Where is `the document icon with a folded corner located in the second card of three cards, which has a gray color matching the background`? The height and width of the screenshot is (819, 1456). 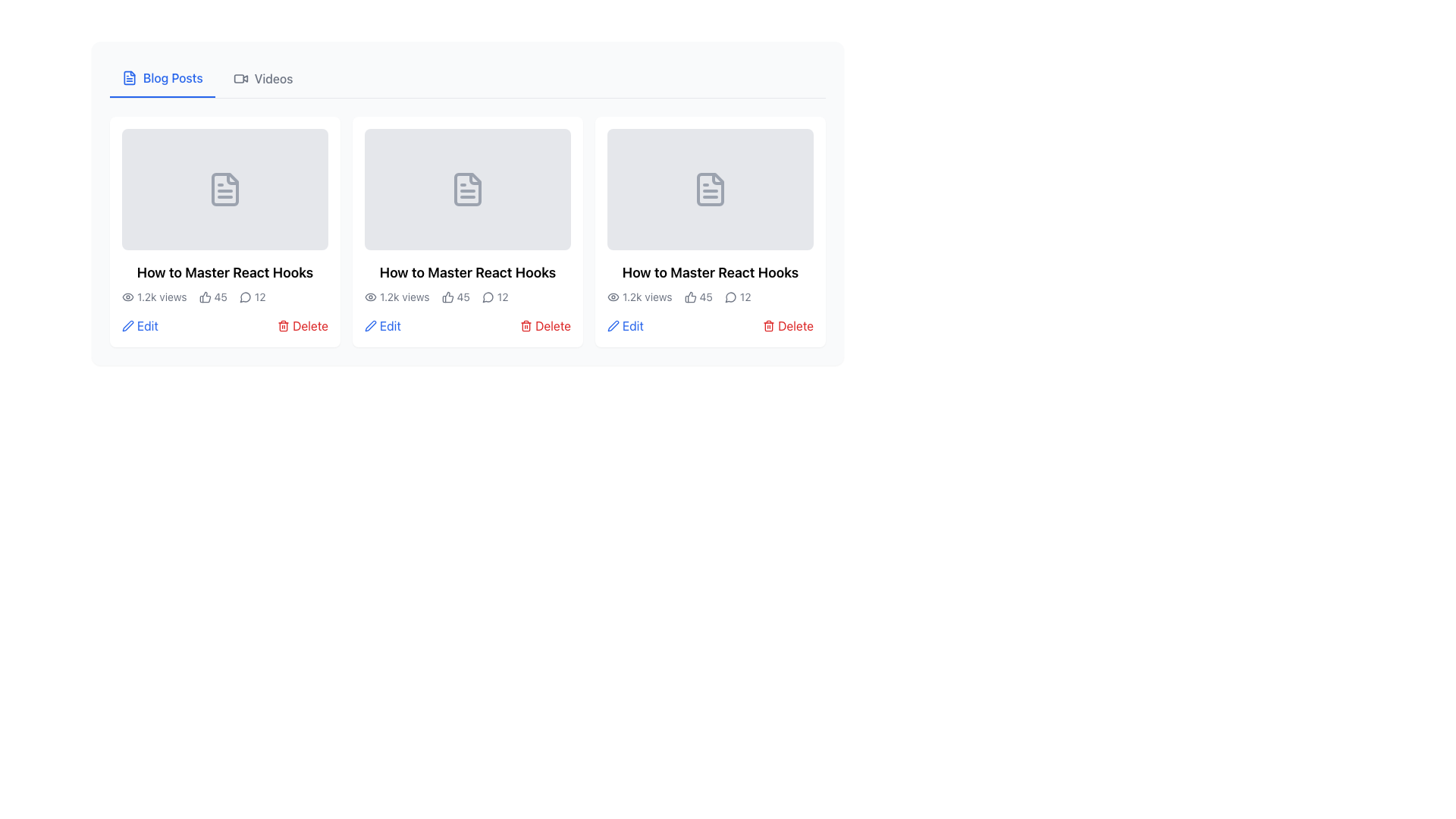 the document icon with a folded corner located in the second card of three cards, which has a gray color matching the background is located at coordinates (467, 189).